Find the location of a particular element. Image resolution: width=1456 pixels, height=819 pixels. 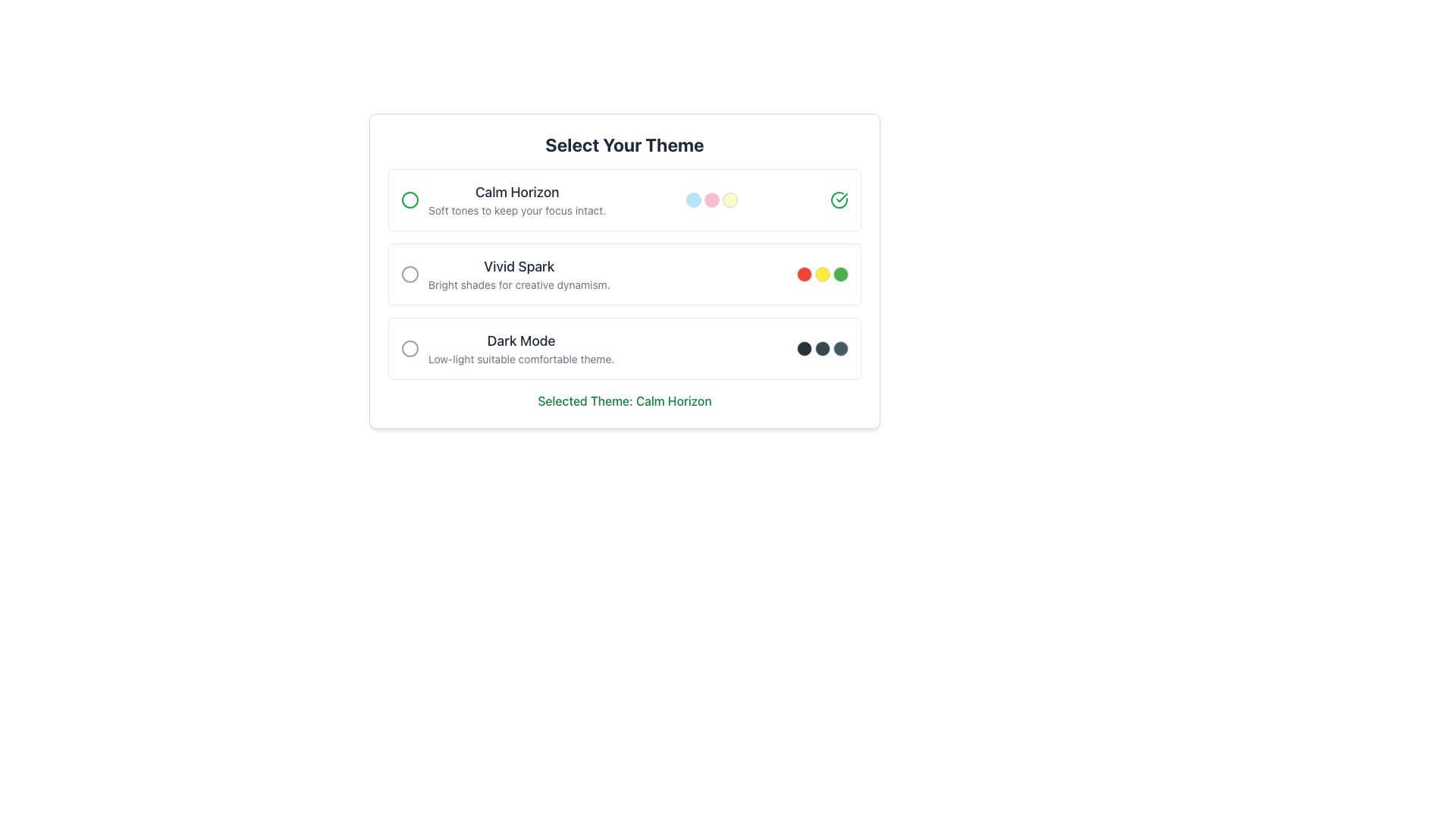

description of the theme titled 'Calm Horizon' which is the first selectable item in the 'Select Your Theme' interface, featuring a bold dark gray title and a lighter gray description is located at coordinates (504, 199).